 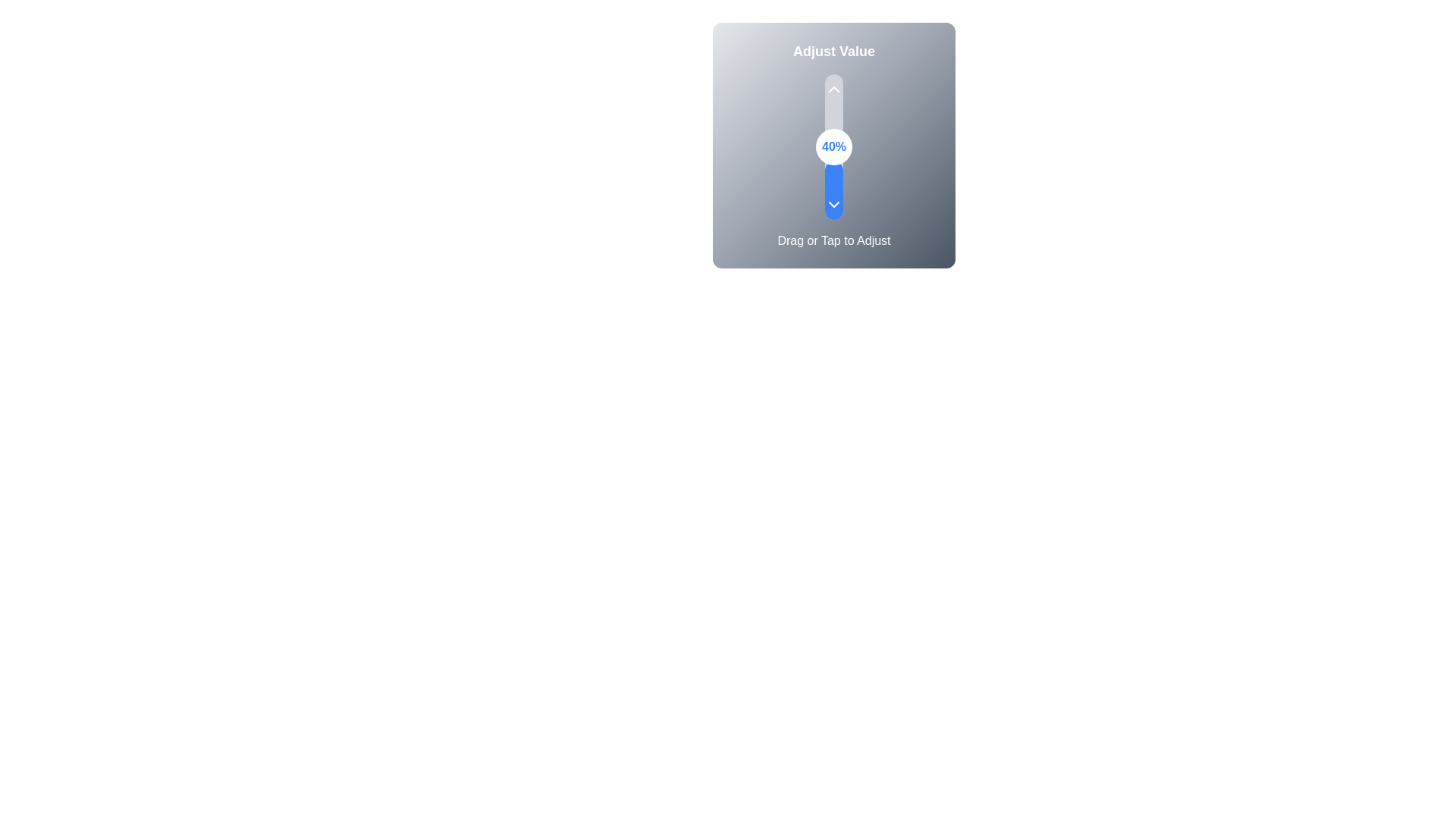 I want to click on the slider value, so click(x=833, y=93).